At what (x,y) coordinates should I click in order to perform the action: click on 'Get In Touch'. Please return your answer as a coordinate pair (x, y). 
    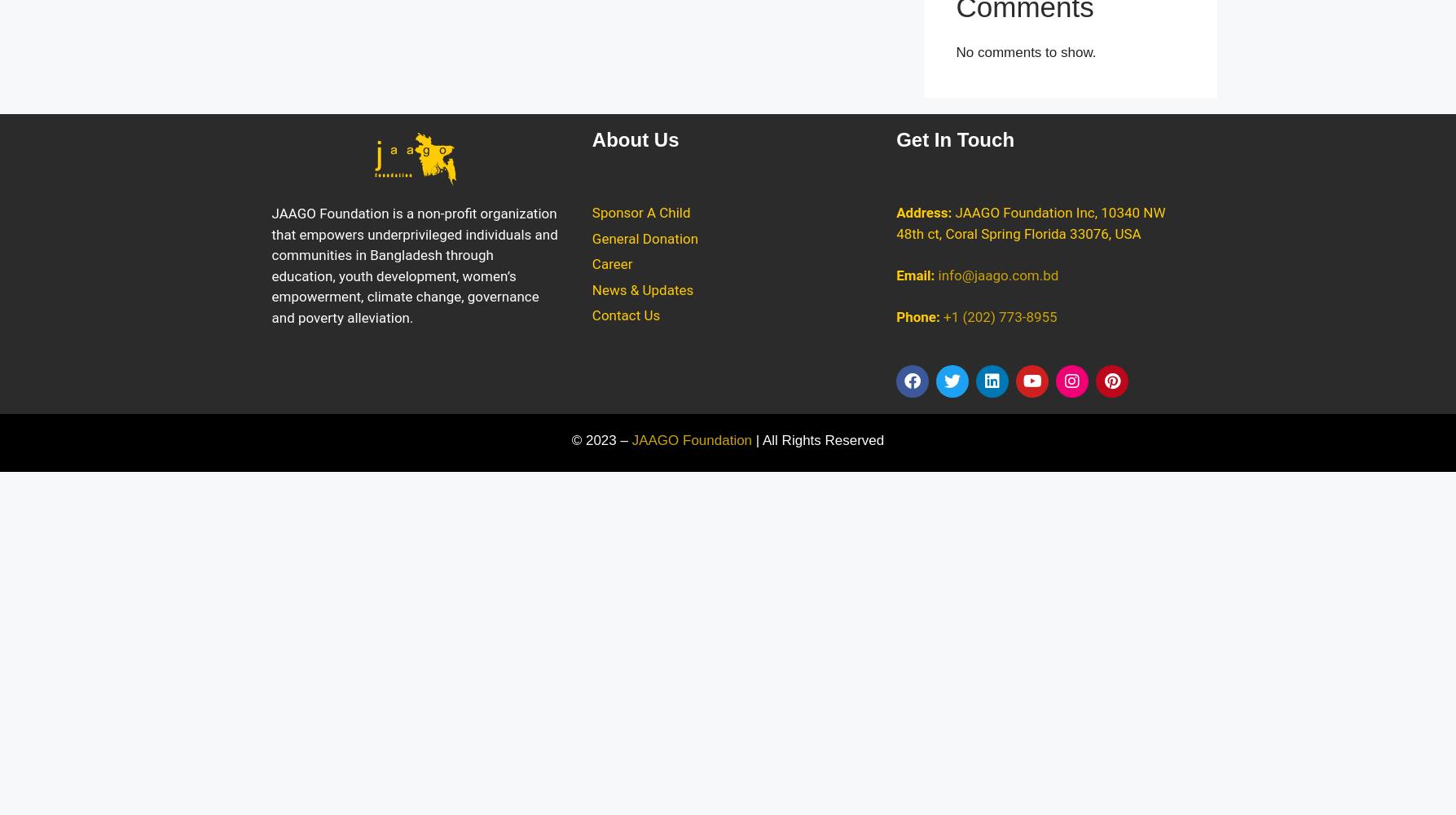
    Looking at the image, I should click on (955, 139).